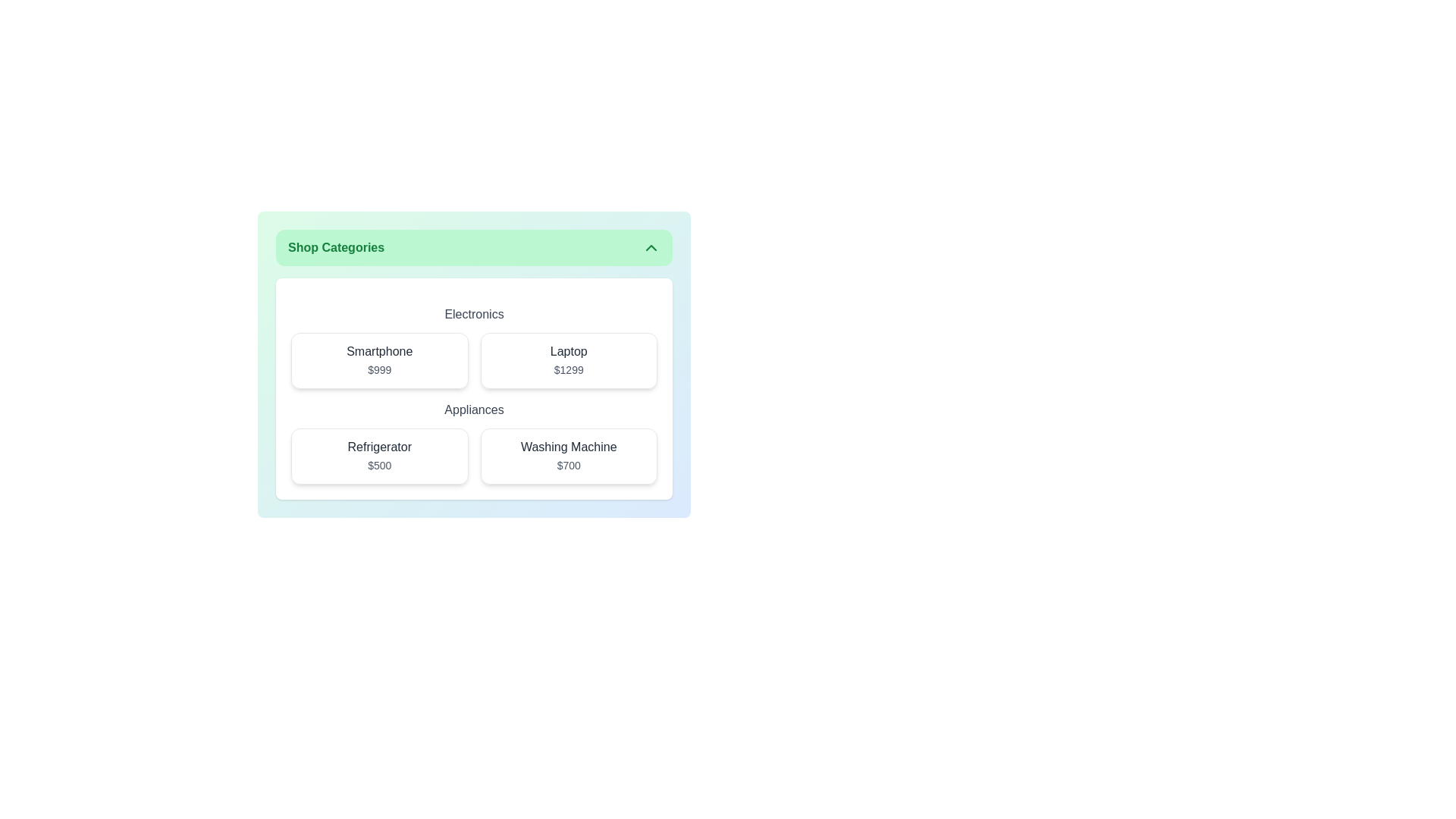 This screenshot has height=819, width=1456. Describe the element at coordinates (379, 455) in the screenshot. I see `on the 'Refrigerator' card, which is the first item in the grid under the 'Appliances' section` at that location.